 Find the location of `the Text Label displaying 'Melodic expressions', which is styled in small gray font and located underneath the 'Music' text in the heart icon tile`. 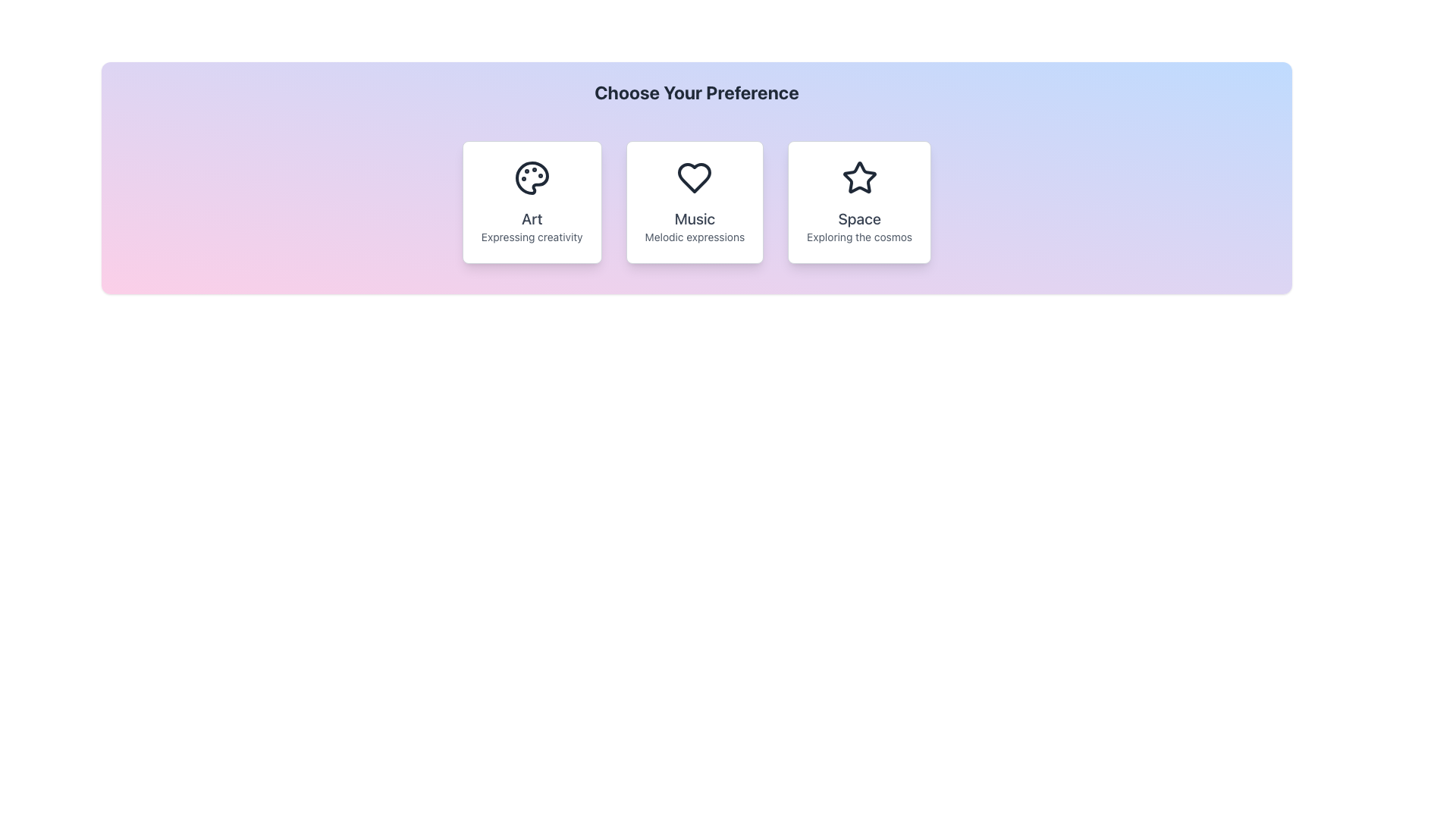

the Text Label displaying 'Melodic expressions', which is styled in small gray font and located underneath the 'Music' text in the heart icon tile is located at coordinates (694, 237).